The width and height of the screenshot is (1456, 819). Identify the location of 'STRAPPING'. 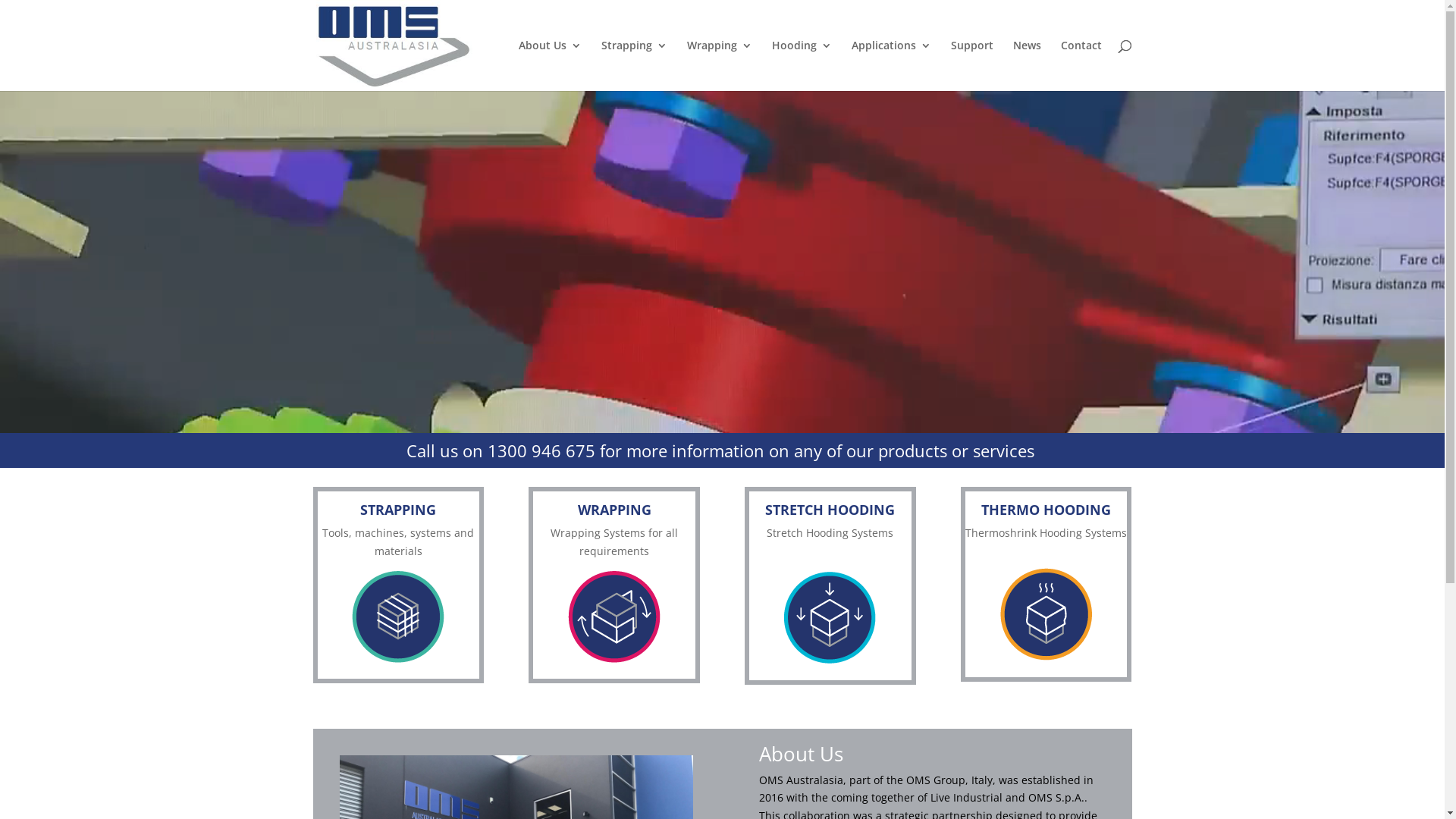
(397, 509).